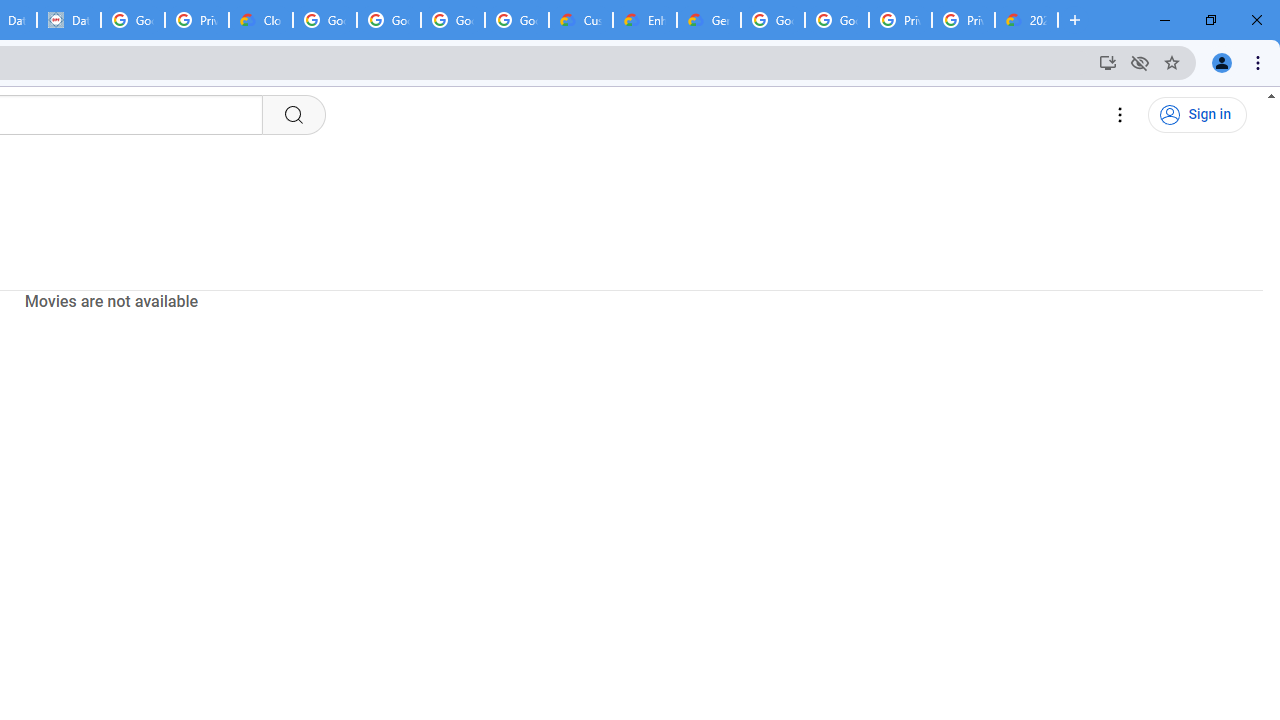  I want to click on 'Install YouTube', so click(1106, 61).